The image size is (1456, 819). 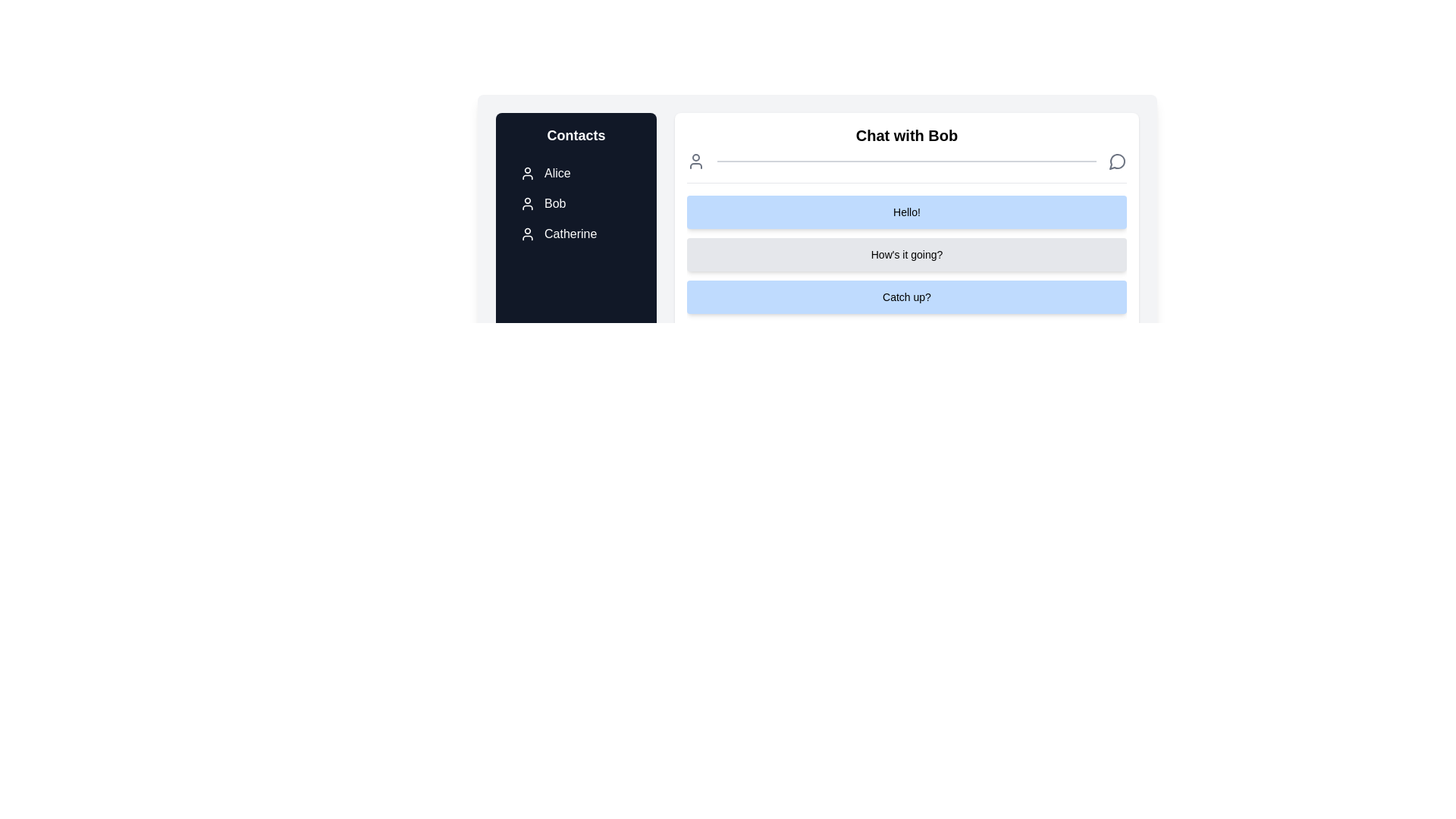 What do you see at coordinates (575, 134) in the screenshot?
I see `text content of the 'Contacts' label, which is a bold, white font on a dark navy-blue background located at the top of the sidebar panel` at bounding box center [575, 134].